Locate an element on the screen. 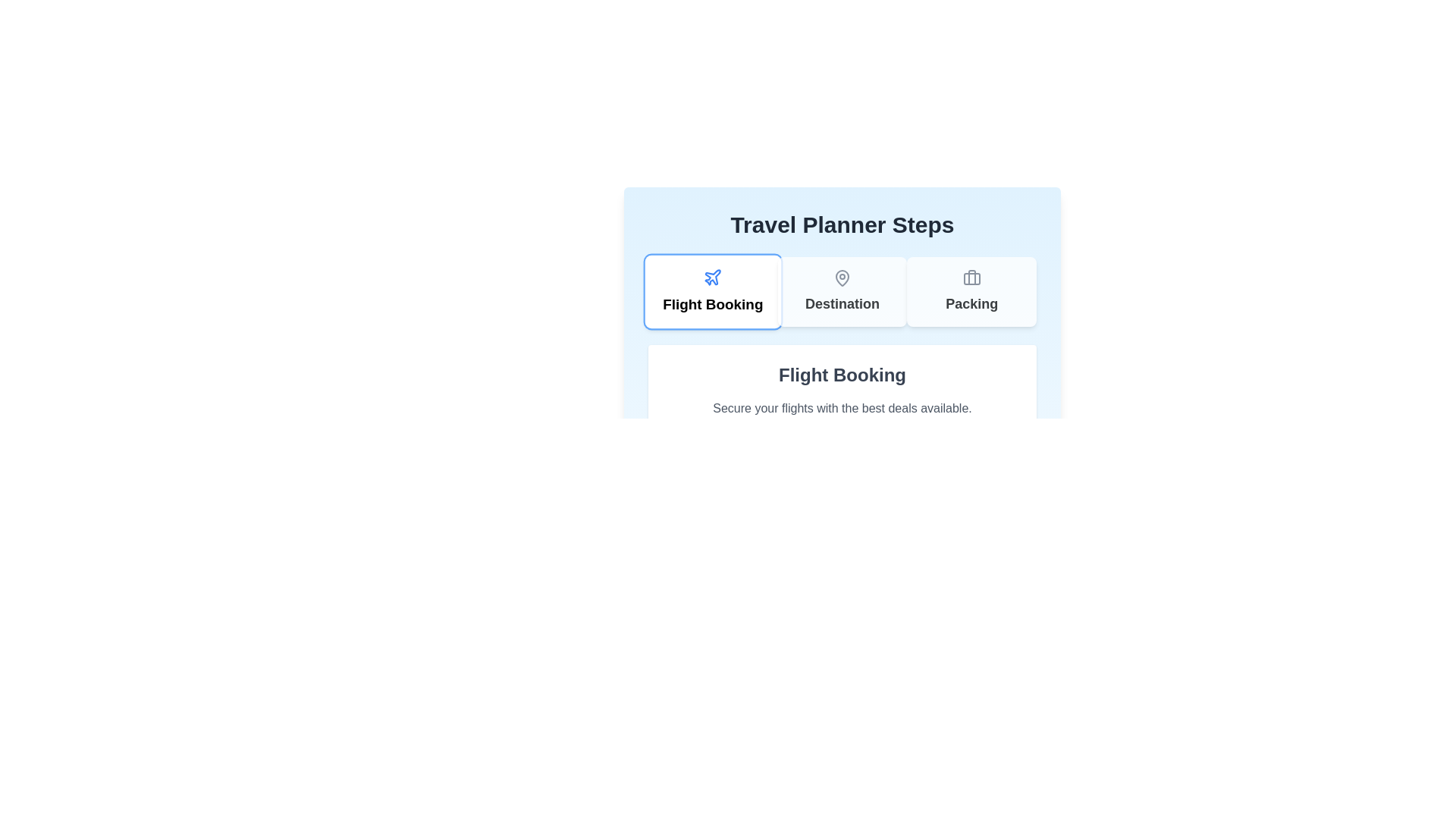 Image resolution: width=1456 pixels, height=819 pixels. the 'Destination' card in the Interactive navigation section is located at coordinates (841, 292).